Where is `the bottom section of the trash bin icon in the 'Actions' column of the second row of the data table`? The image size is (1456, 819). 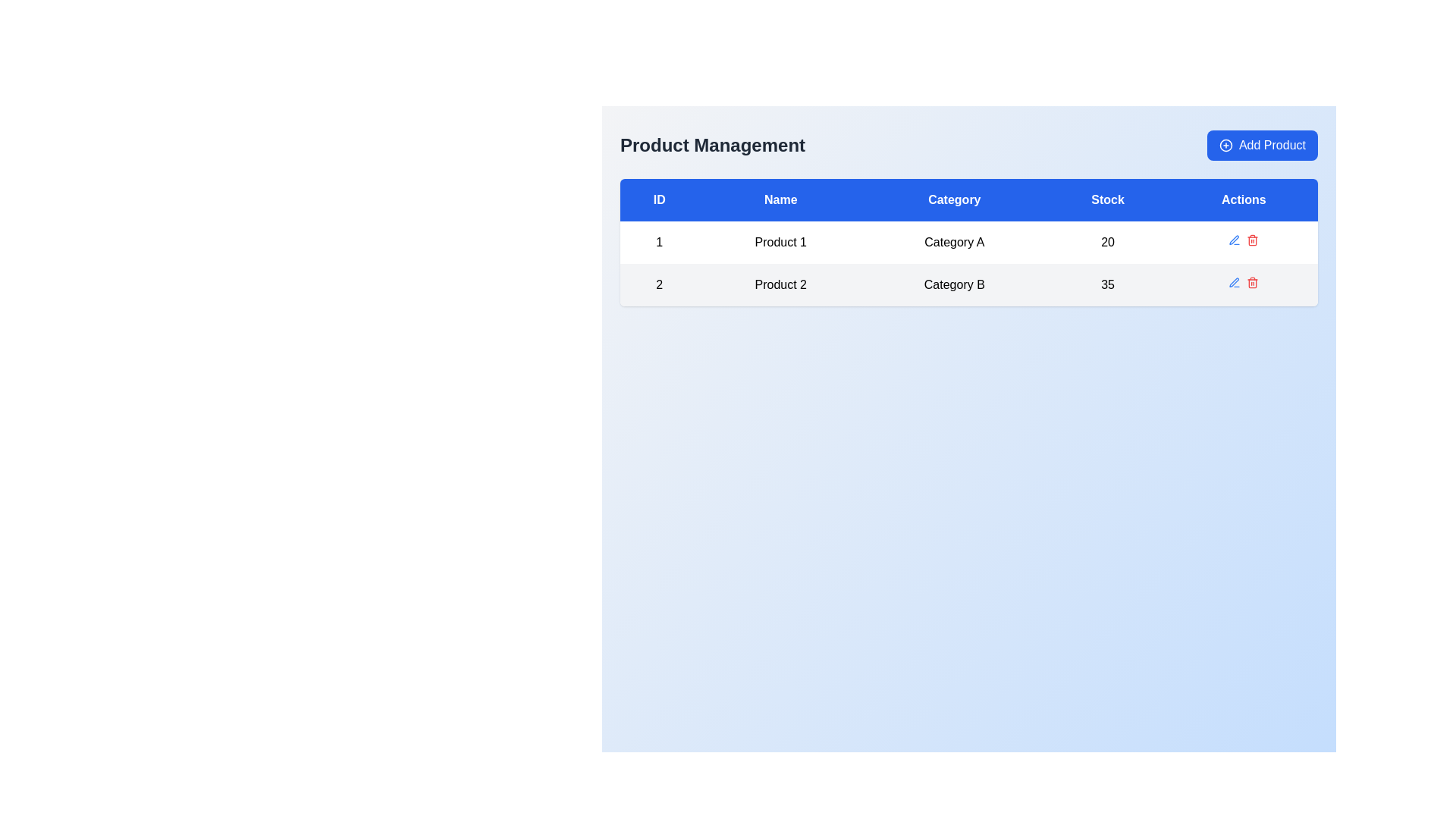
the bottom section of the trash bin icon in the 'Actions' column of the second row of the data table is located at coordinates (1253, 284).